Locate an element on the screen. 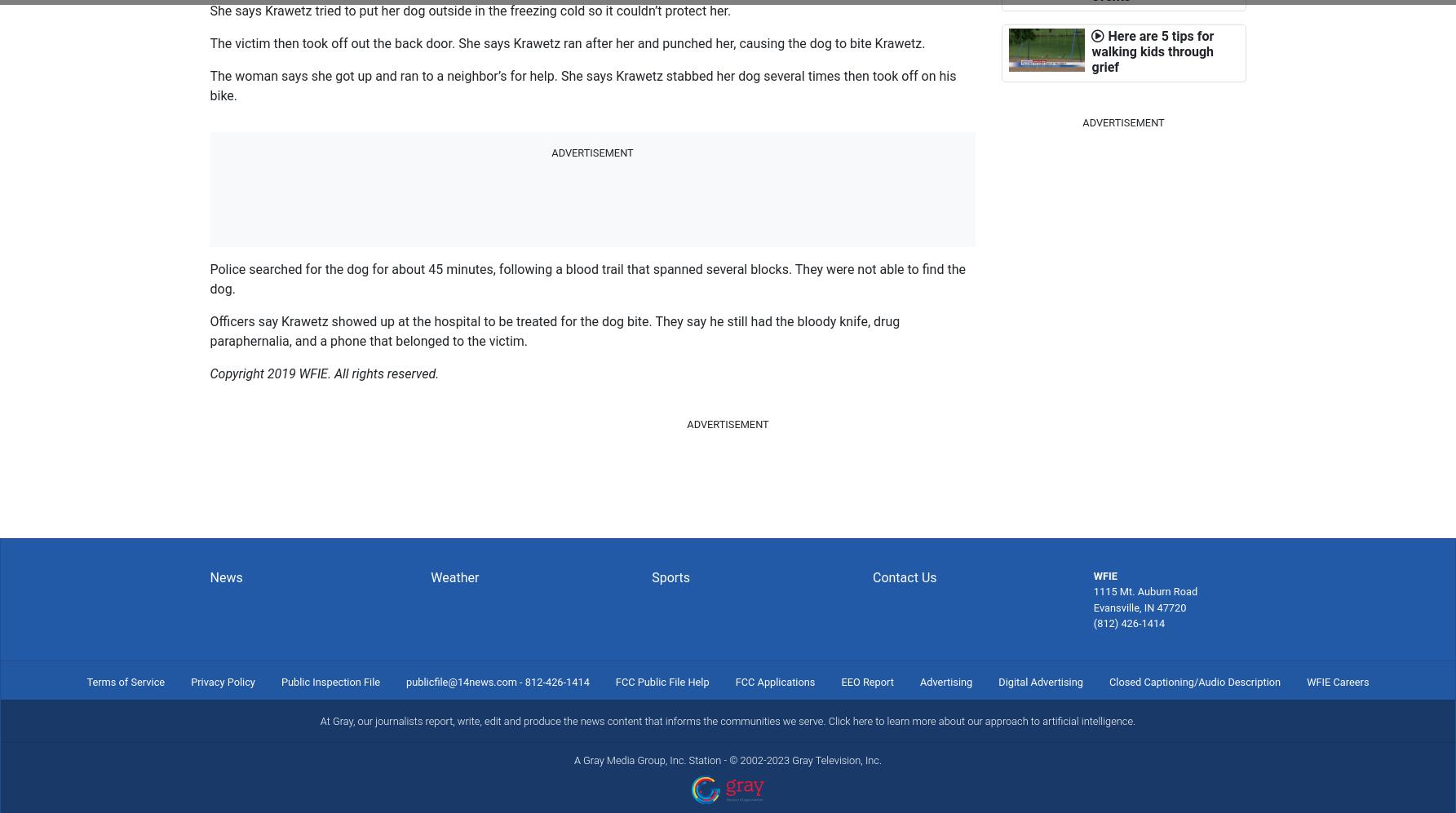  'The victim then took off out the back door. She says Krawetz ran after her and punched her, causing the dog to bite Krawetz.' is located at coordinates (566, 42).